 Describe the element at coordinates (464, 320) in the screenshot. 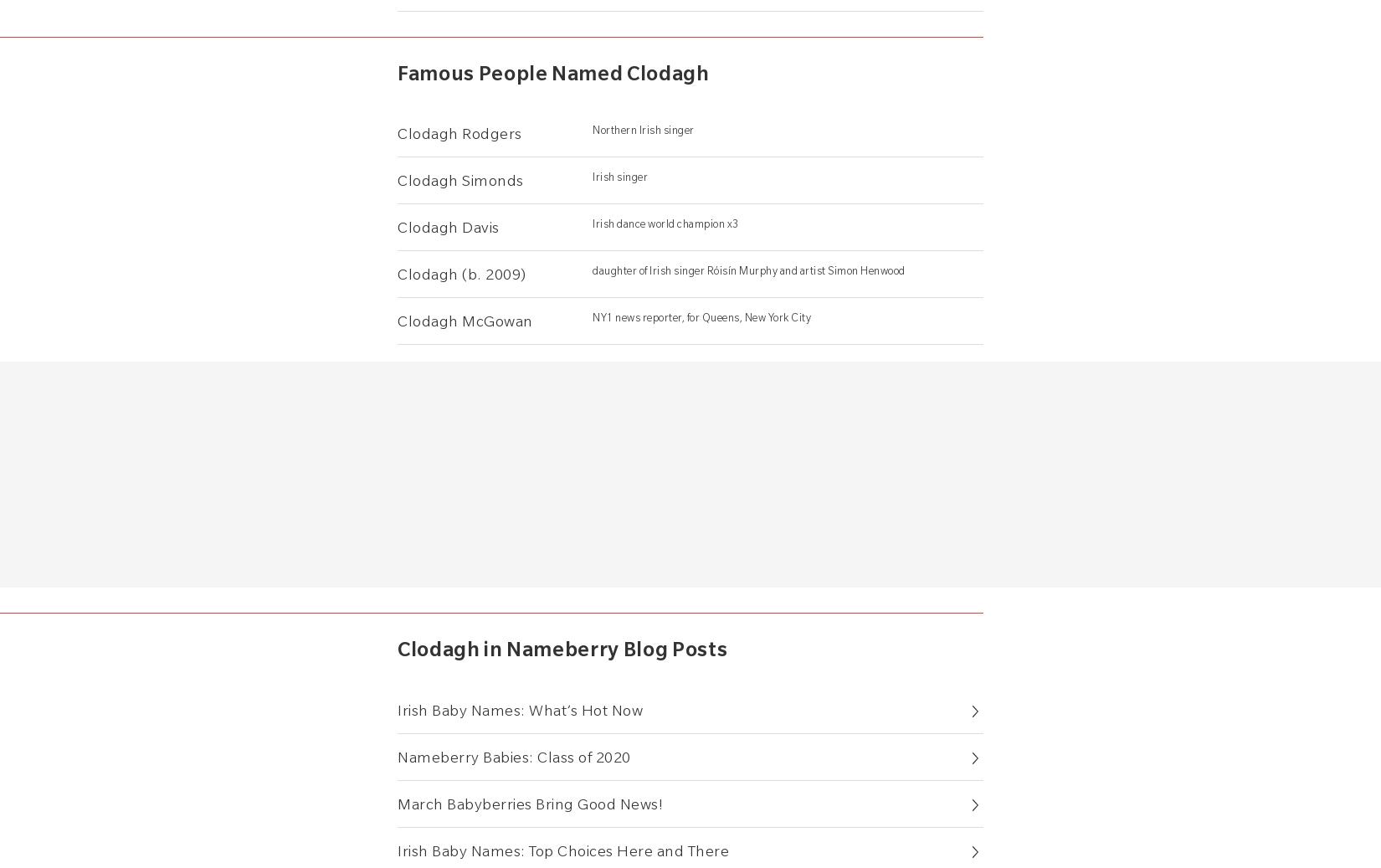

I see `'Clodagh McGowan'` at that location.